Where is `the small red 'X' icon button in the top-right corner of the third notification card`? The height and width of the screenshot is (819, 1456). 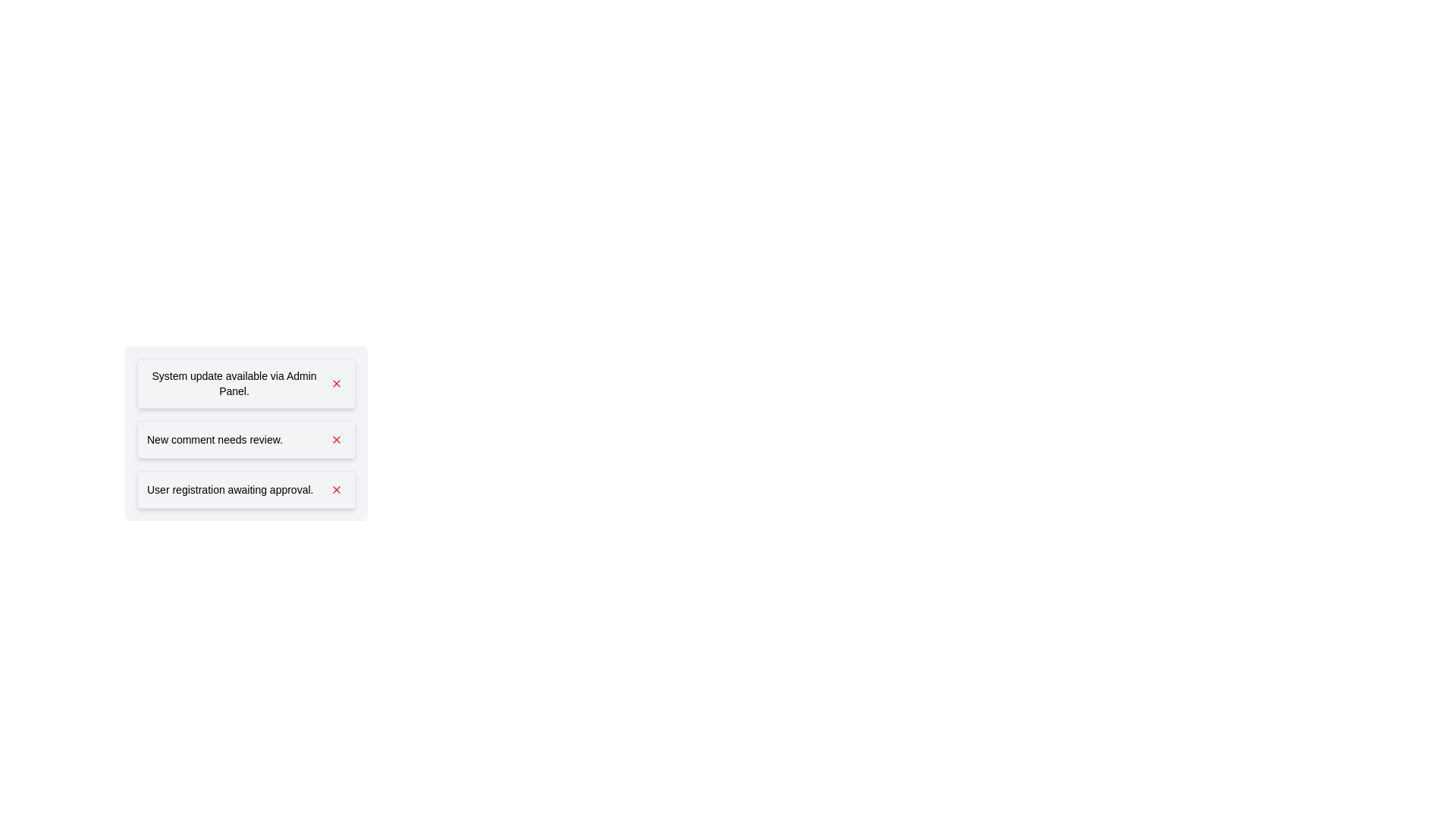 the small red 'X' icon button in the top-right corner of the third notification card is located at coordinates (336, 489).